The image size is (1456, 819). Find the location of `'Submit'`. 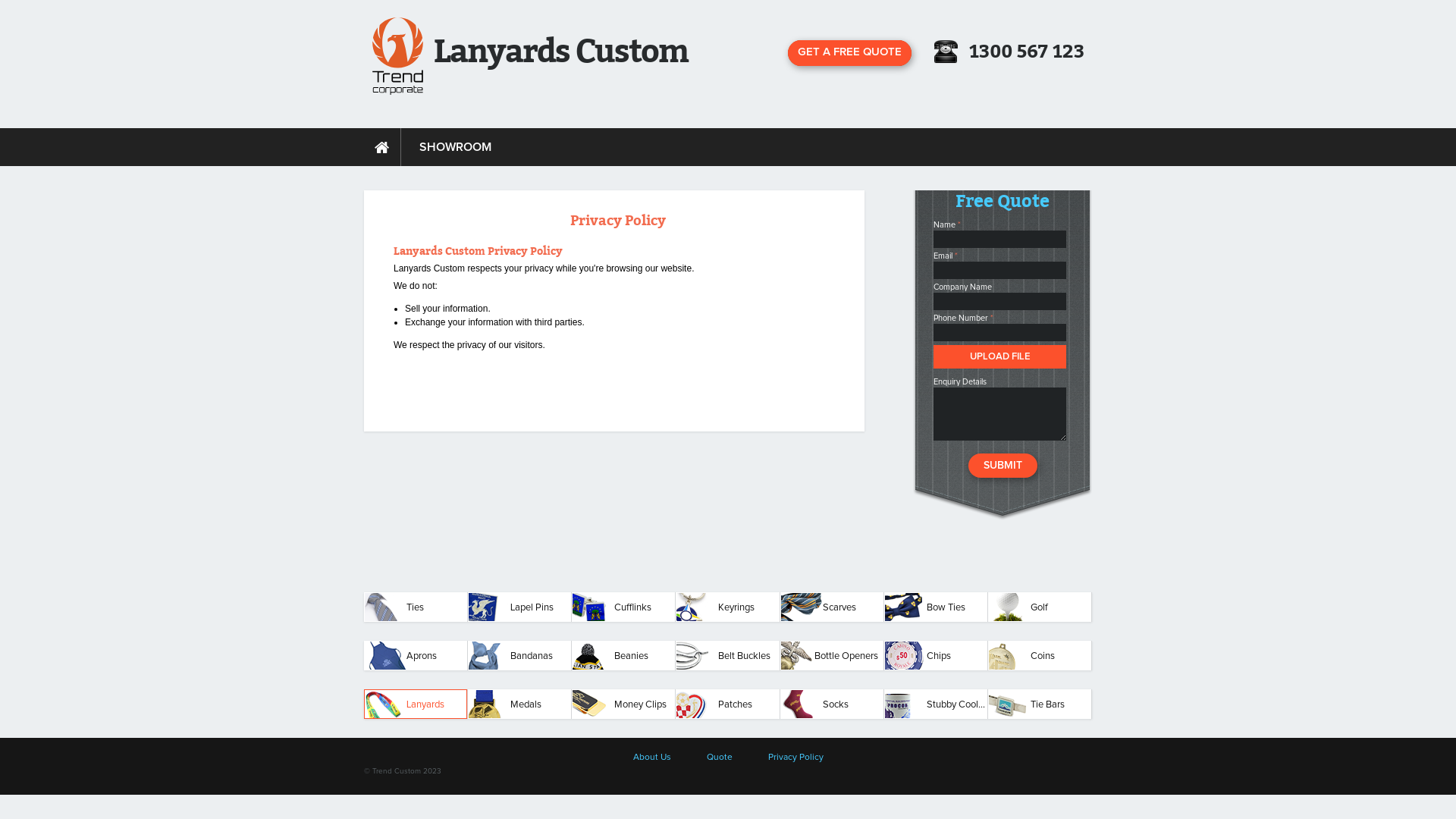

'Submit' is located at coordinates (967, 464).